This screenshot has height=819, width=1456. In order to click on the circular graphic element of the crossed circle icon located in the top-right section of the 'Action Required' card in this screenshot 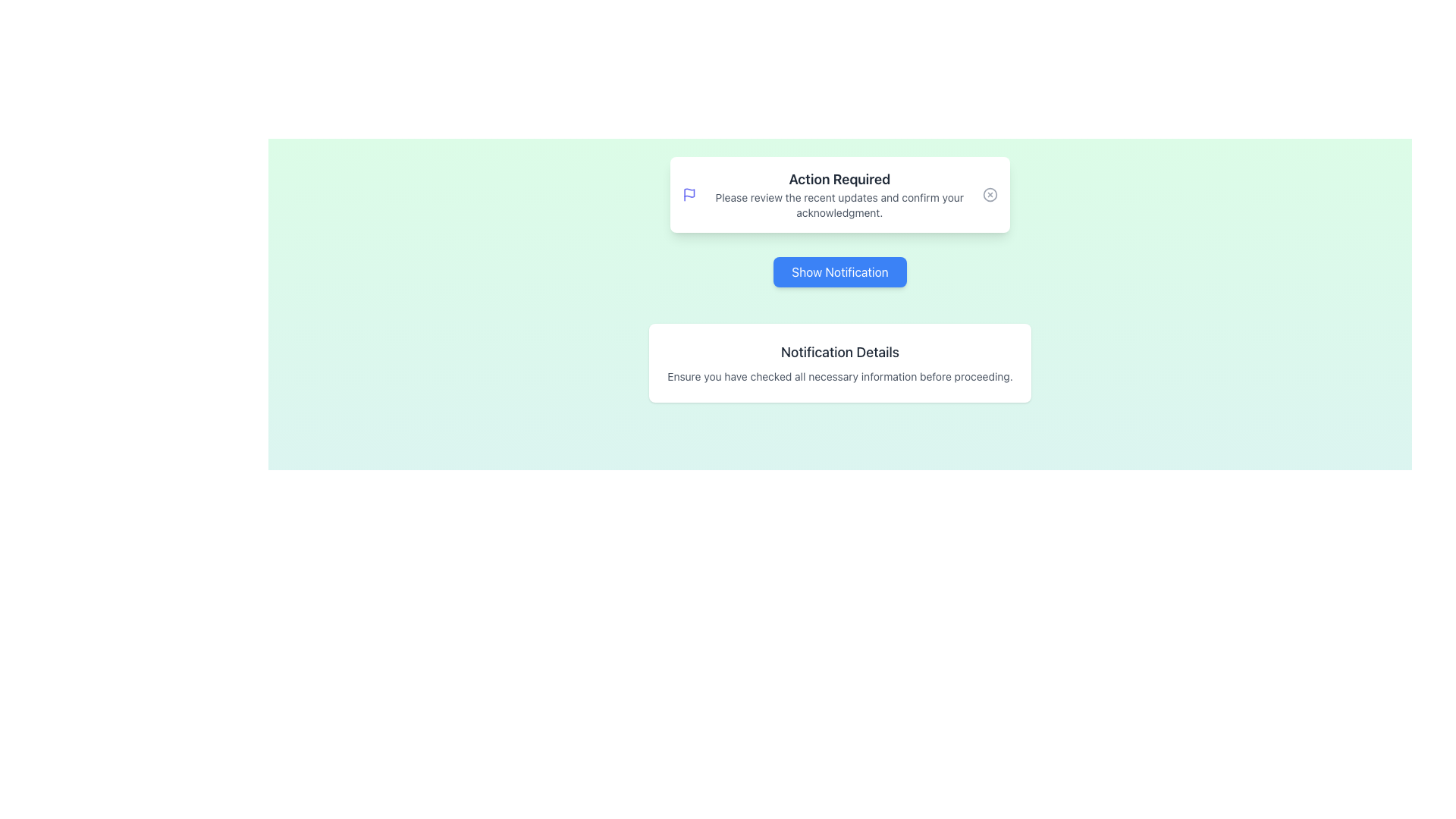, I will do `click(990, 194)`.